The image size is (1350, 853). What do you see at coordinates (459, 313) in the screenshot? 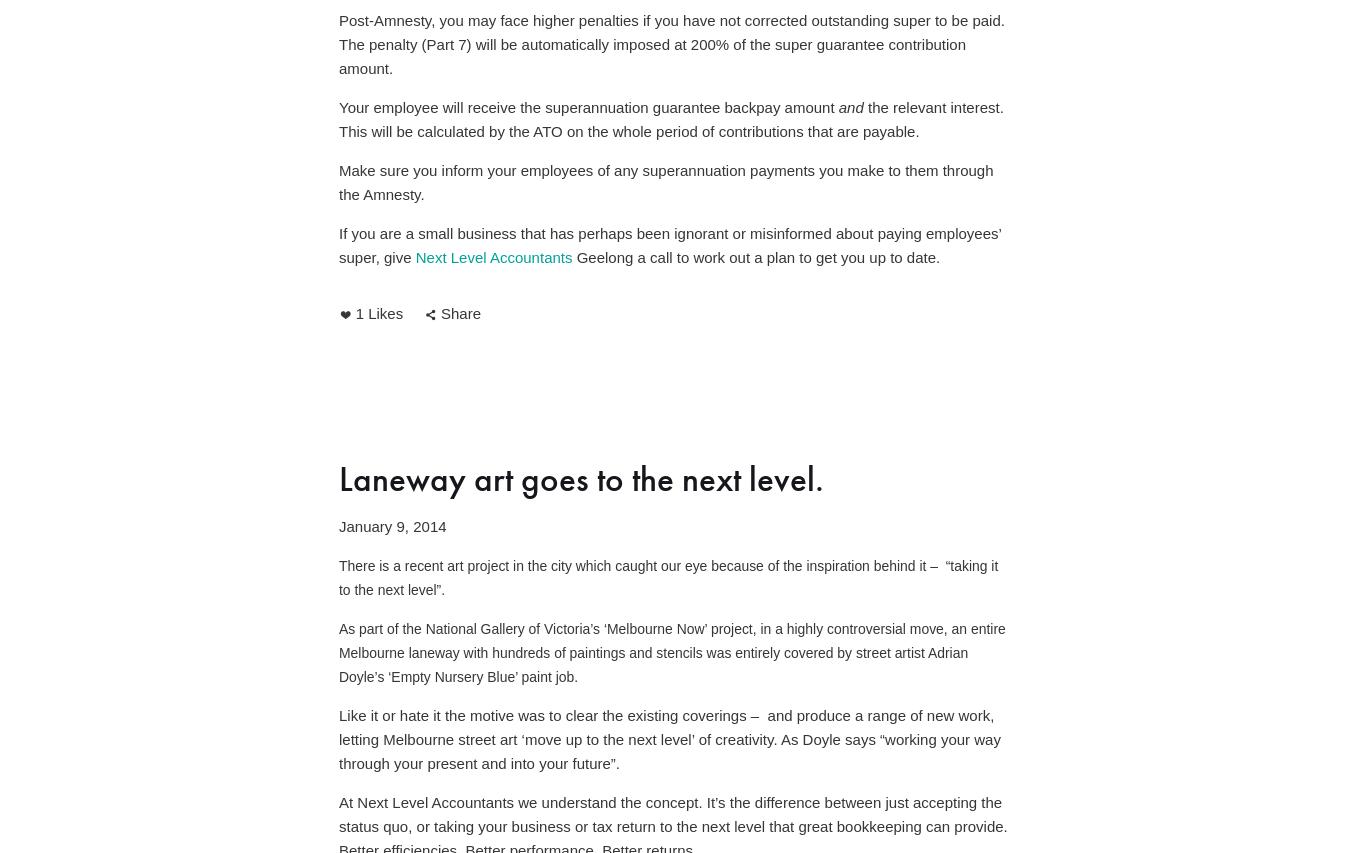
I see `'Share'` at bounding box center [459, 313].